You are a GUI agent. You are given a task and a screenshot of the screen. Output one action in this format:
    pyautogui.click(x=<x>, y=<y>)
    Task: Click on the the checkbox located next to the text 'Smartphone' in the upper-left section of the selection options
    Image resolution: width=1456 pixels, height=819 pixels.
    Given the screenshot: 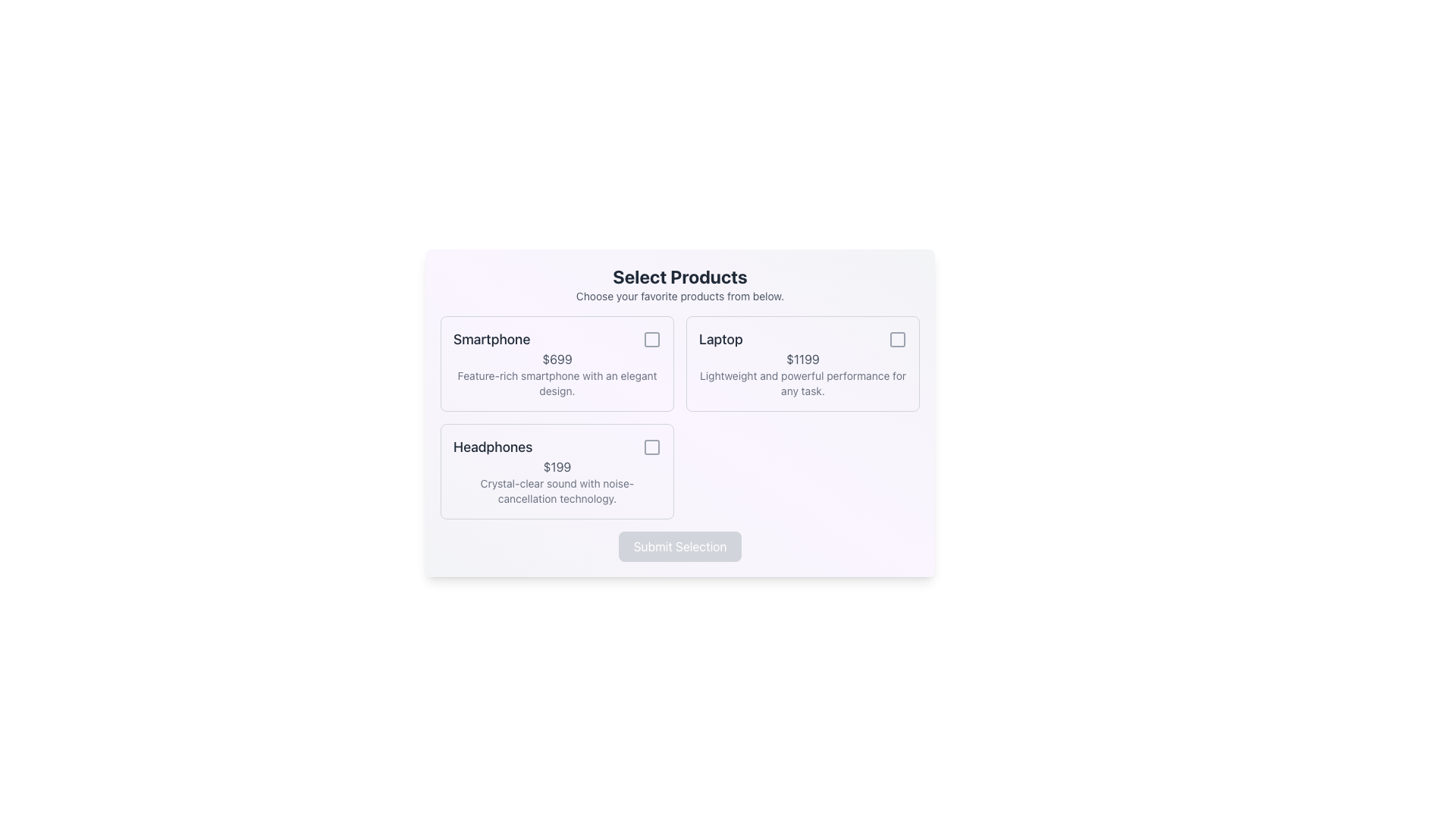 What is the action you would take?
    pyautogui.click(x=651, y=338)
    